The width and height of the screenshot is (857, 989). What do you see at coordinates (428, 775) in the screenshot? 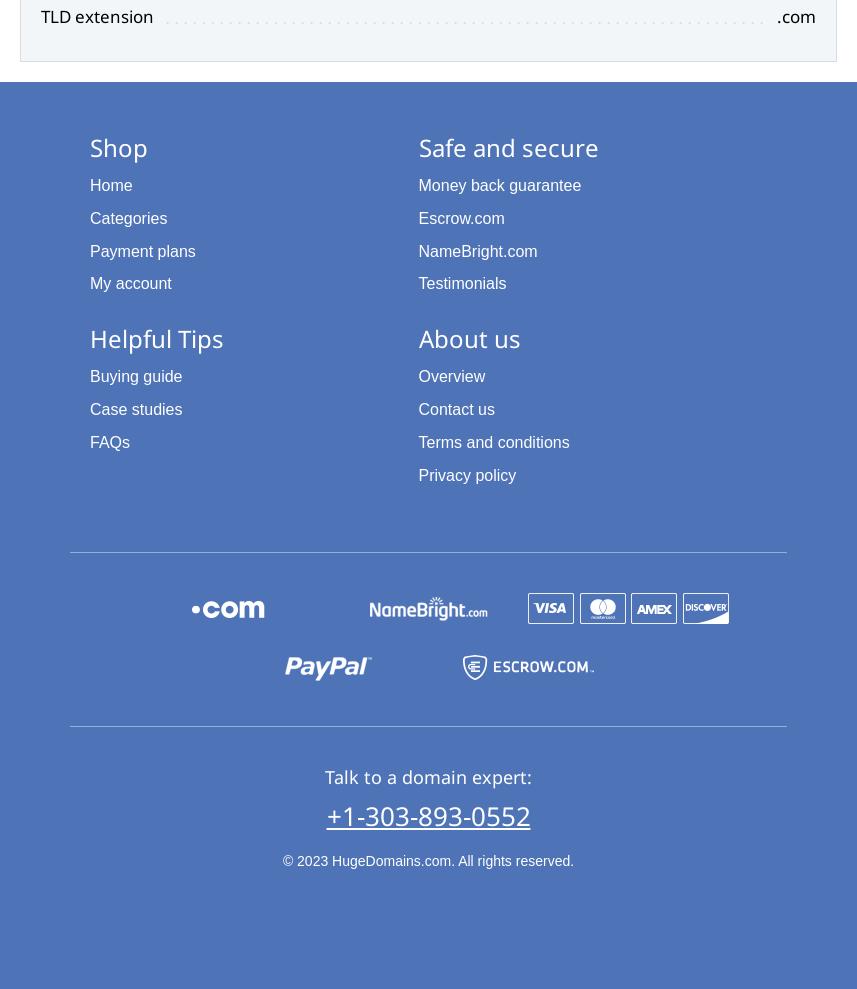
I see `'Talk to a domain expert:'` at bounding box center [428, 775].